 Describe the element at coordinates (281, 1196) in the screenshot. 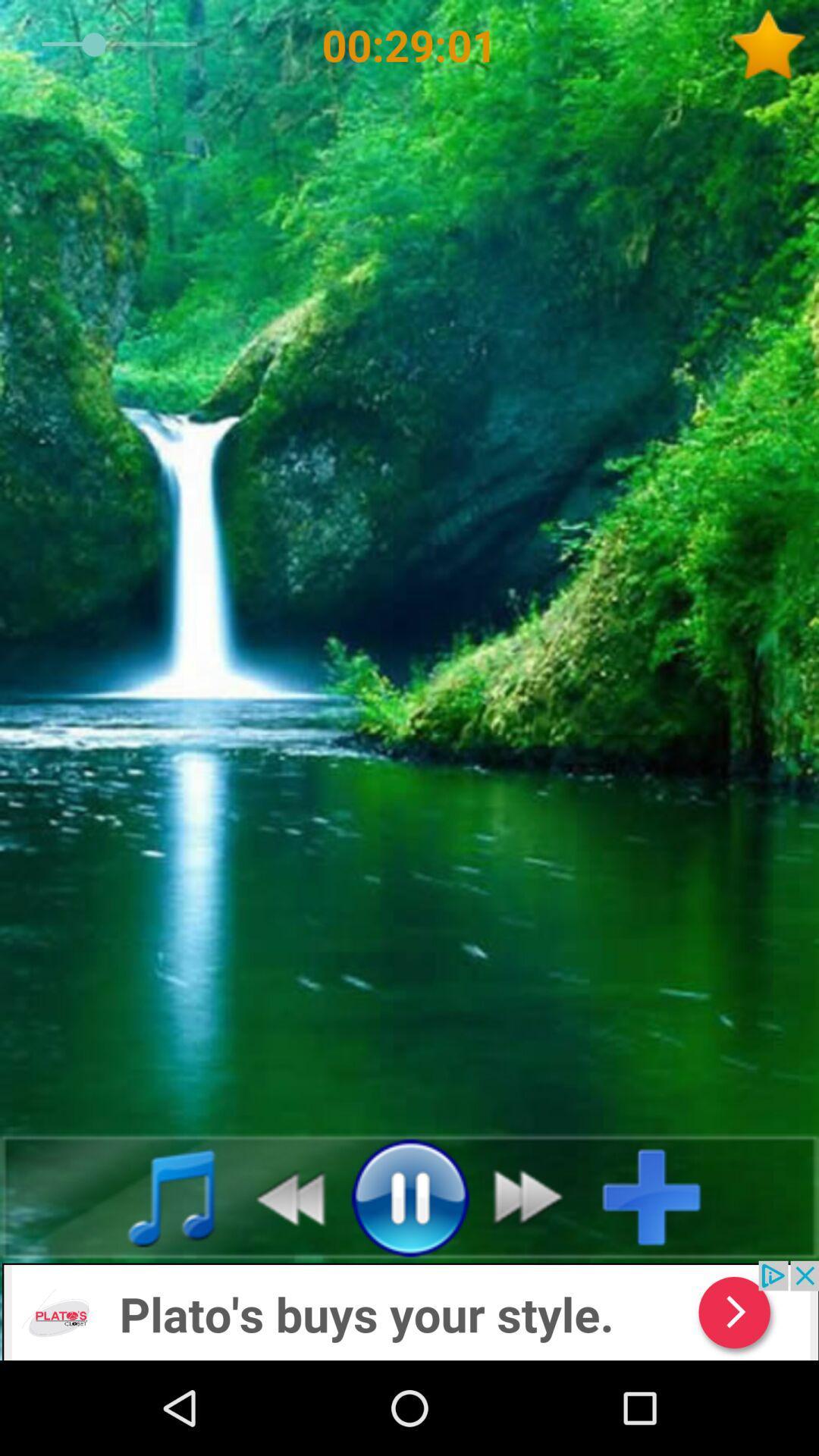

I see `go back` at that location.